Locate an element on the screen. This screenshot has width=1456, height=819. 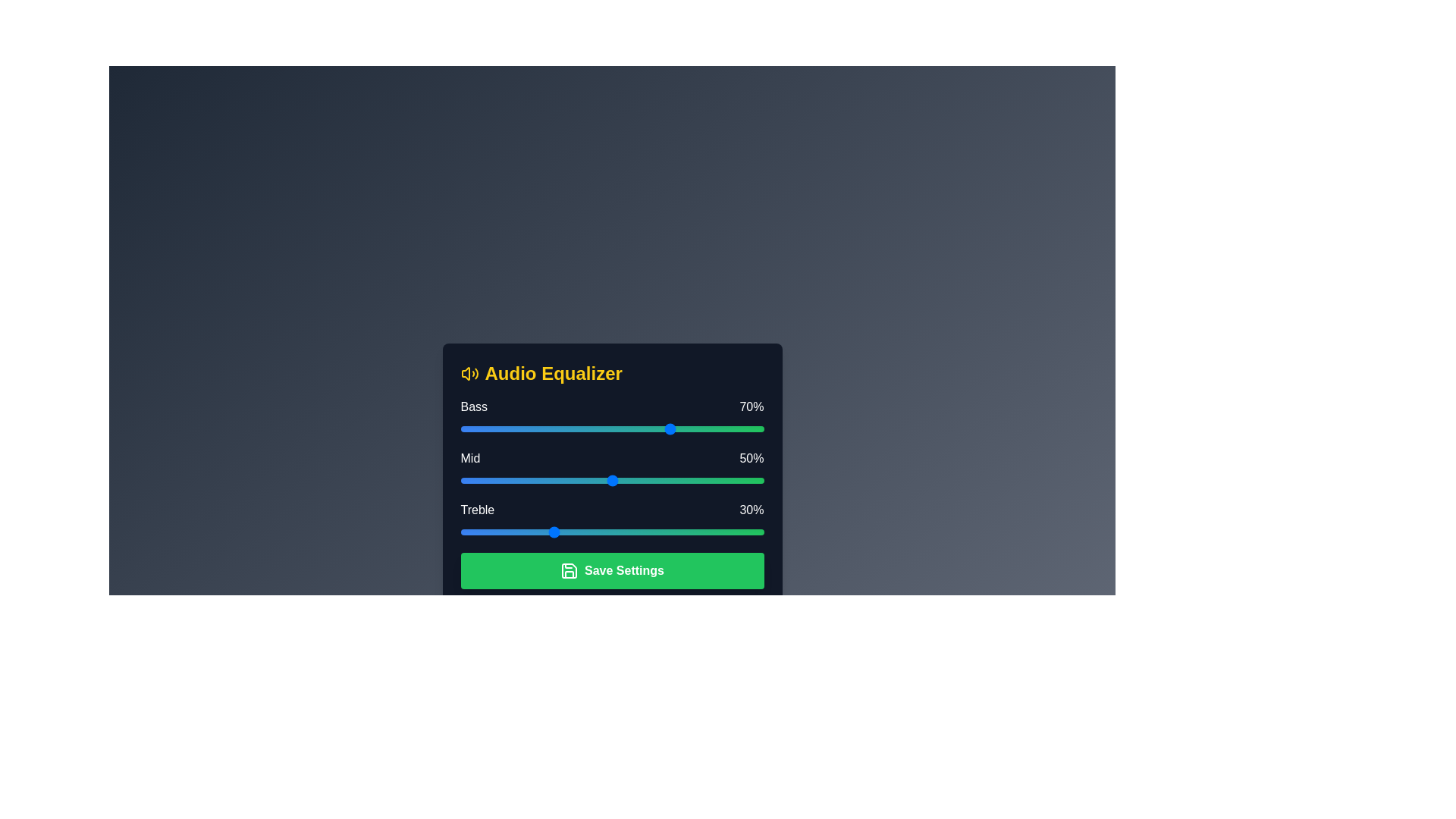
the 1 slider to 5% and observe the visual feedback is located at coordinates (475, 480).